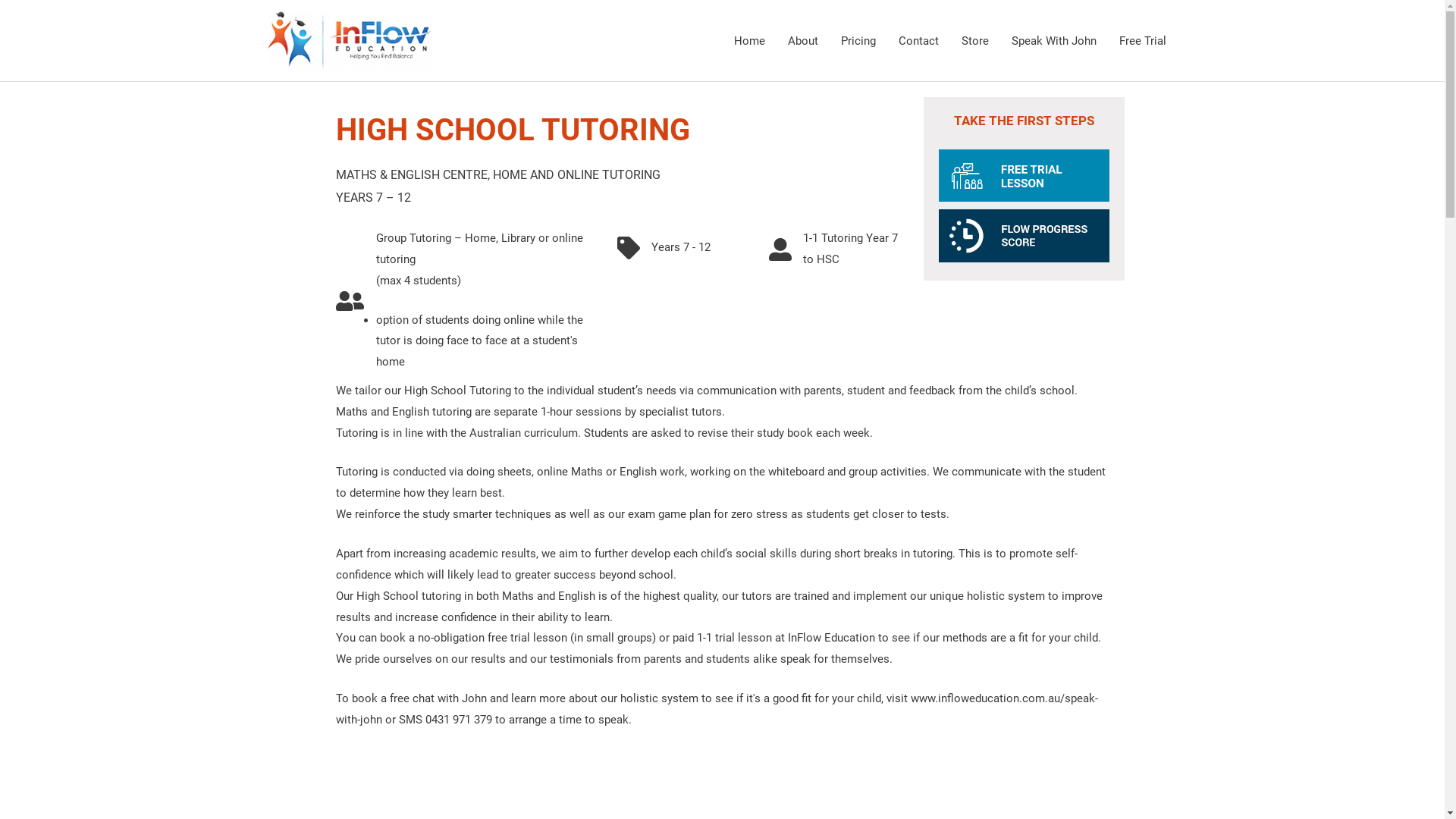  I want to click on 'About', so click(802, 39).